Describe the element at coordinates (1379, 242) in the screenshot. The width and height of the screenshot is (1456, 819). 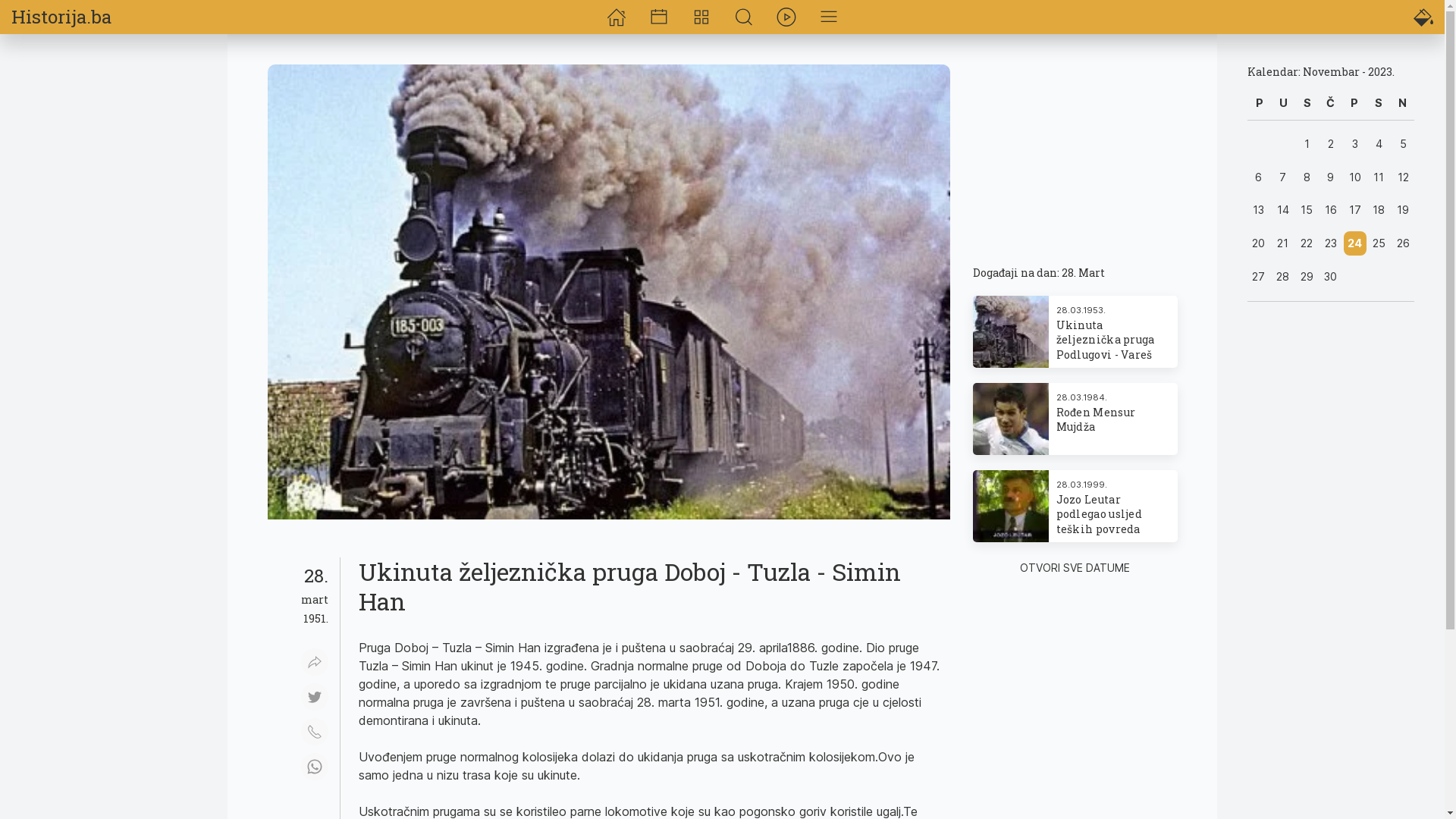
I see `'25'` at that location.